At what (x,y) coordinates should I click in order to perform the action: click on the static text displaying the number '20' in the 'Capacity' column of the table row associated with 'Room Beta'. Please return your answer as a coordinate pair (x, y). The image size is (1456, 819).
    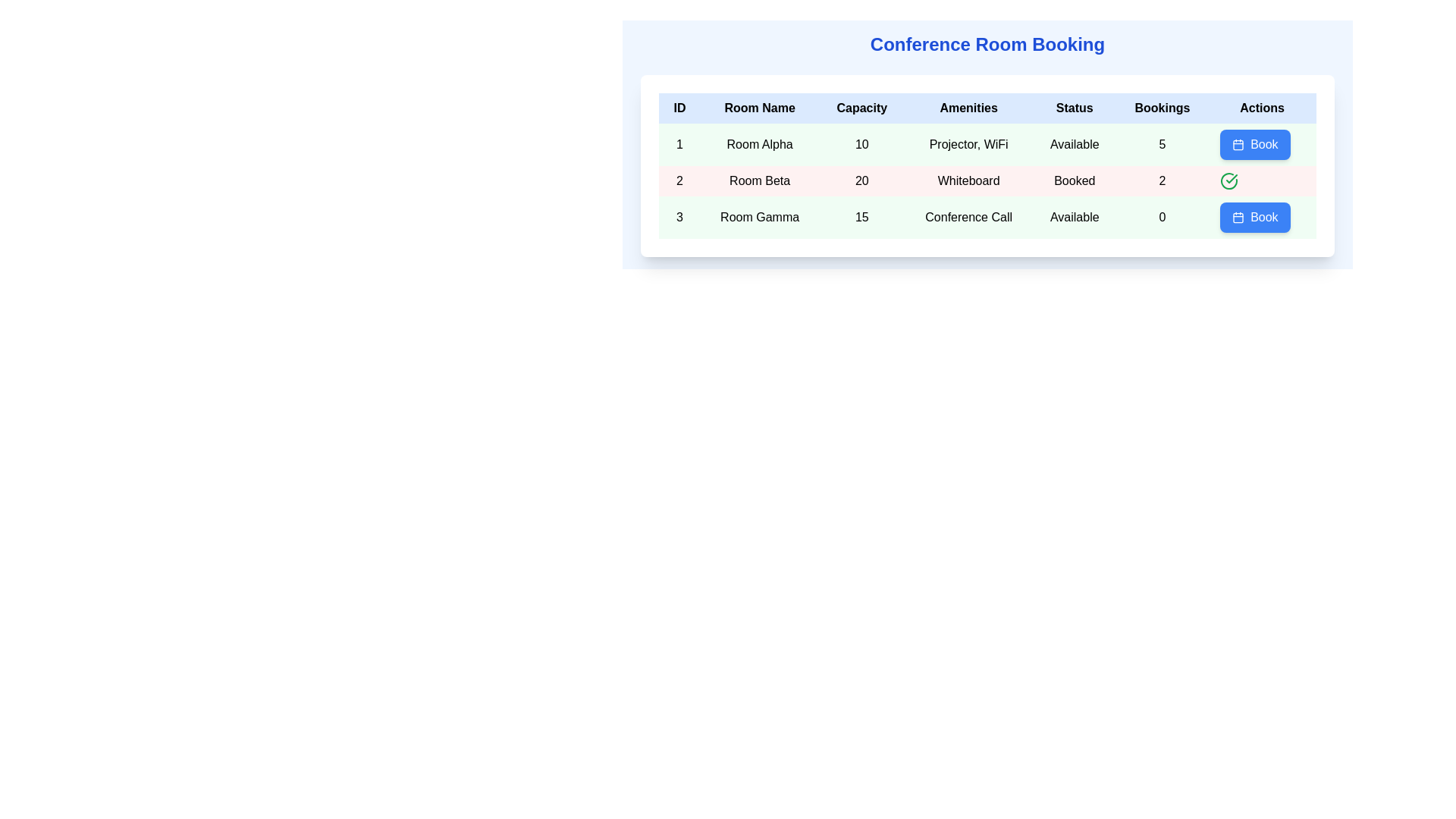
    Looking at the image, I should click on (861, 180).